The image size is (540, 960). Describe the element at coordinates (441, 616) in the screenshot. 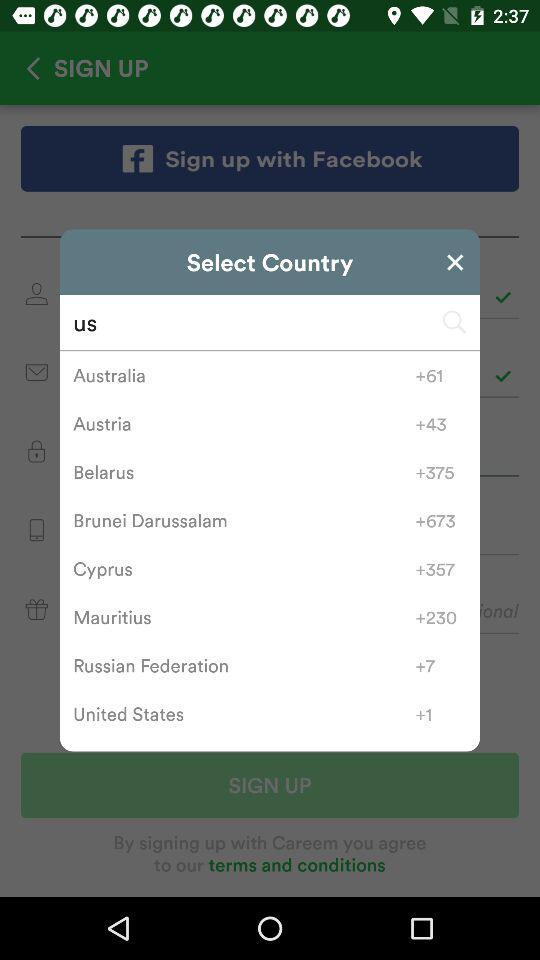

I see `the icon to the right of the mauritius` at that location.